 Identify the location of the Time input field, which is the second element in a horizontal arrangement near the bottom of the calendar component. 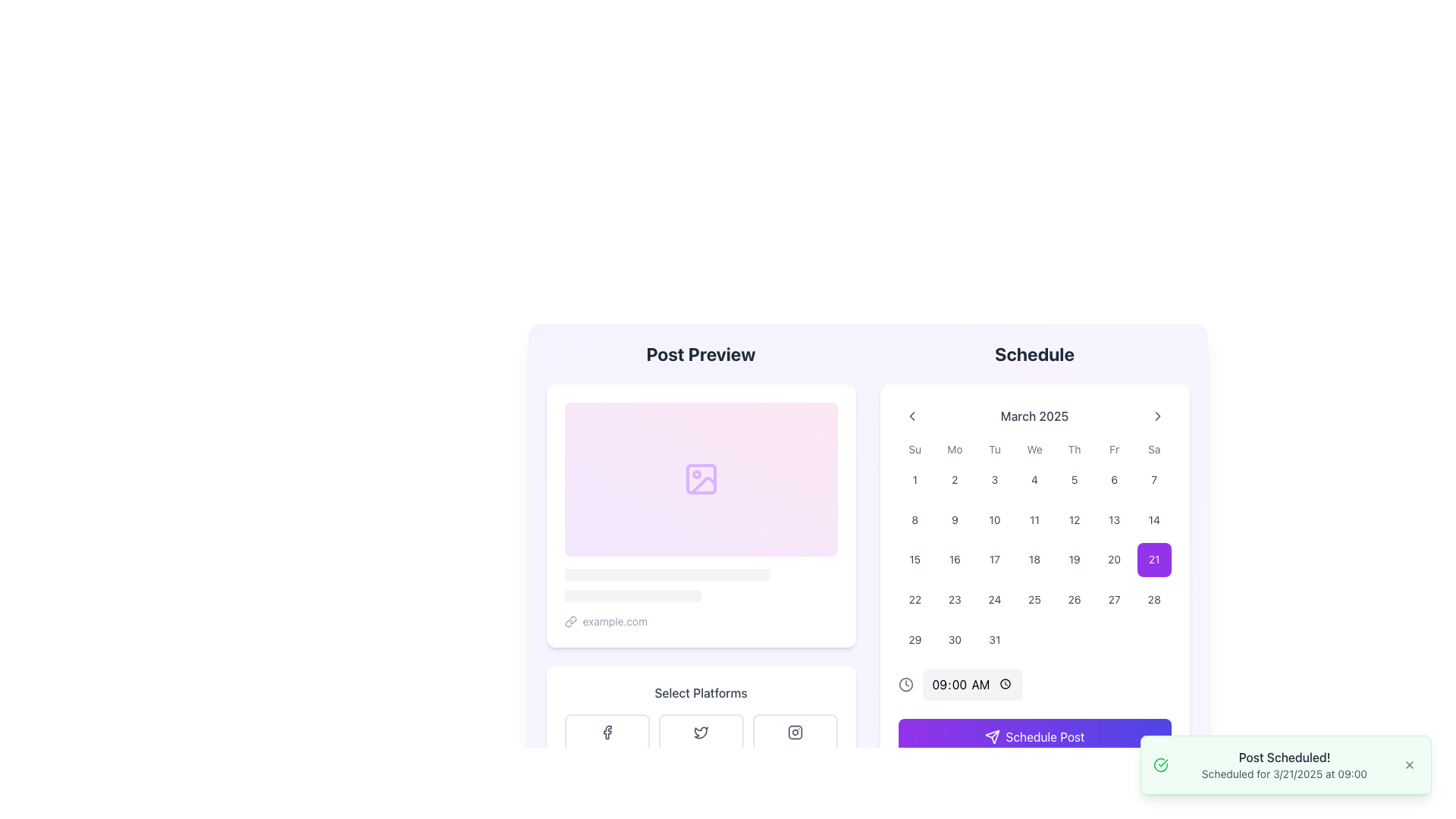
(972, 684).